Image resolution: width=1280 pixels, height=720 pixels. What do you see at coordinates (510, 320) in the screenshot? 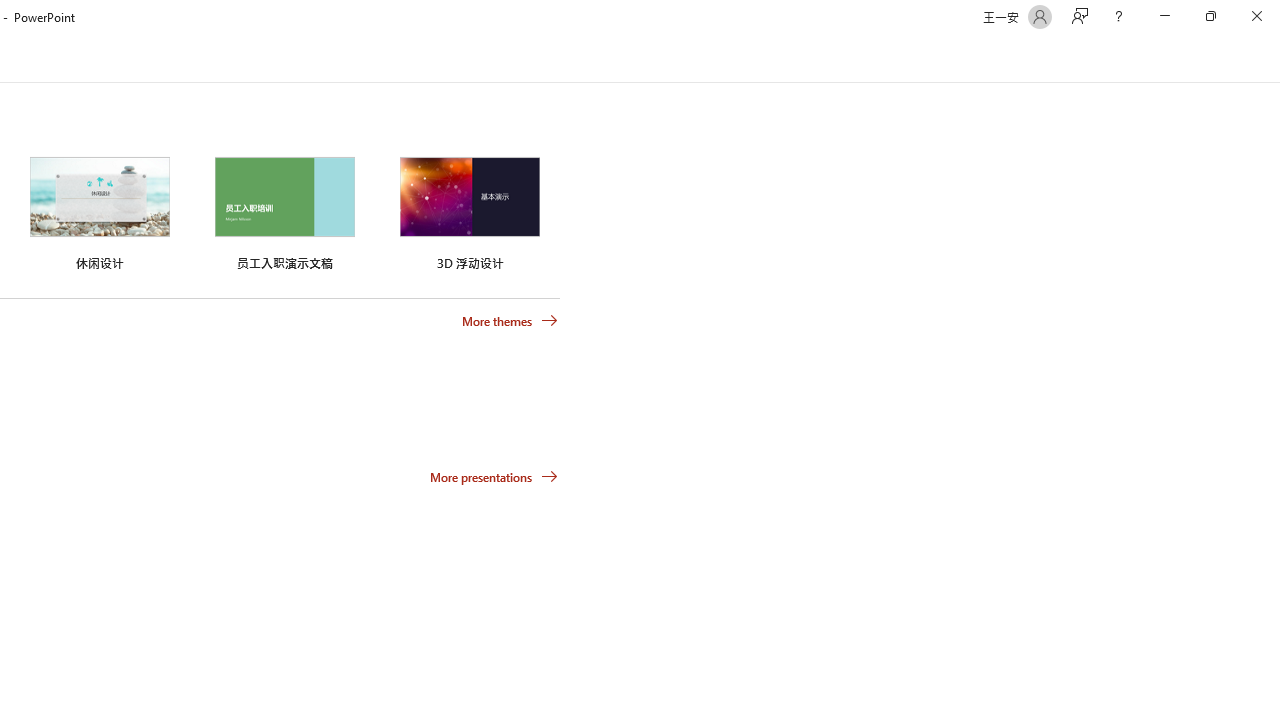
I see `'More themes'` at bounding box center [510, 320].